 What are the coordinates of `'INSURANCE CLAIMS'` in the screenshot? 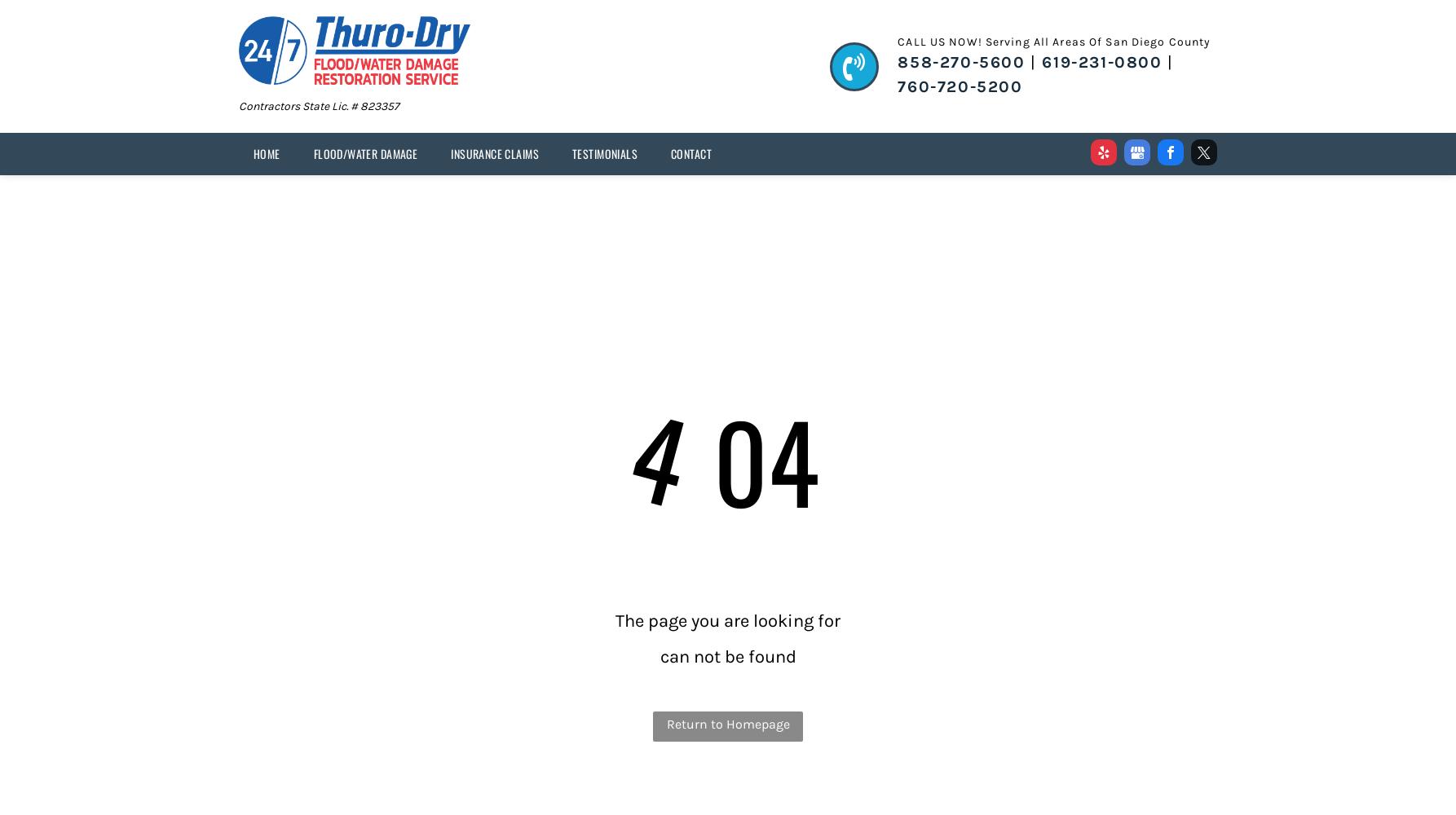 It's located at (494, 153).